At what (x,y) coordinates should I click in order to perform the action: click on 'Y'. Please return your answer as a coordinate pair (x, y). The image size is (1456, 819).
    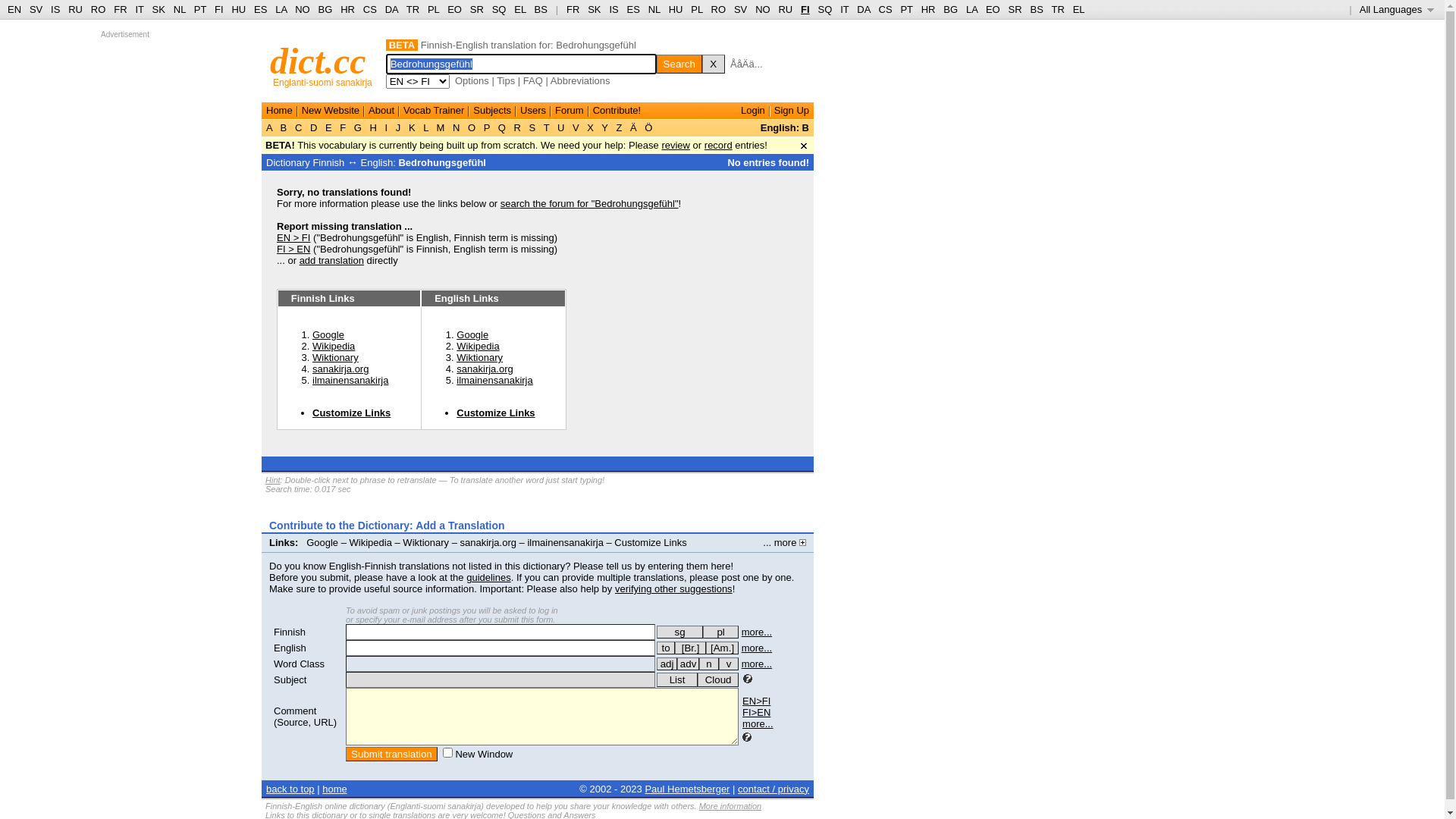
    Looking at the image, I should click on (604, 127).